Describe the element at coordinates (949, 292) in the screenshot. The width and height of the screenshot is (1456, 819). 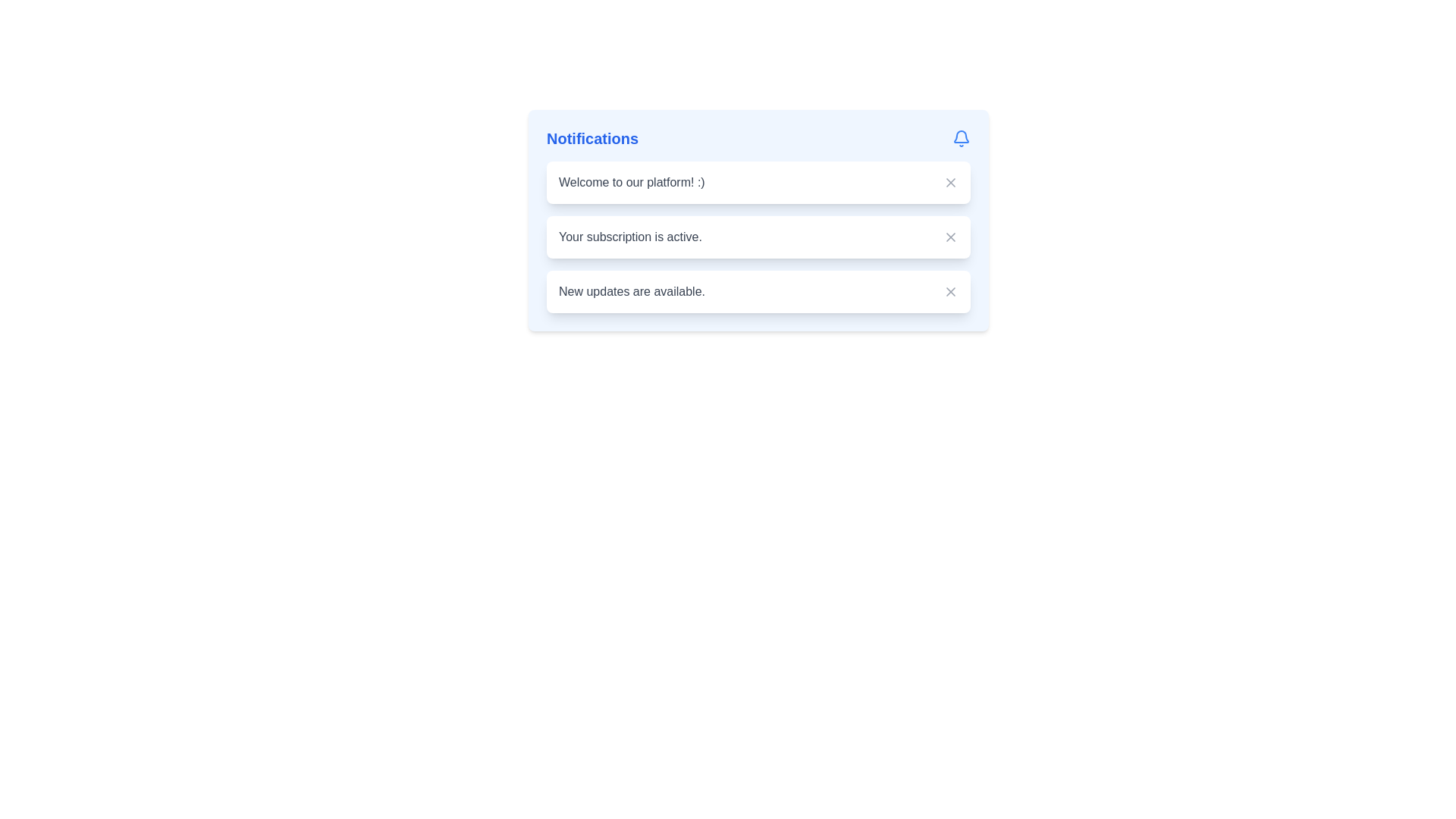
I see `the close icon of the third notification card located at the bottom of the notification list to dismiss the notification` at that location.